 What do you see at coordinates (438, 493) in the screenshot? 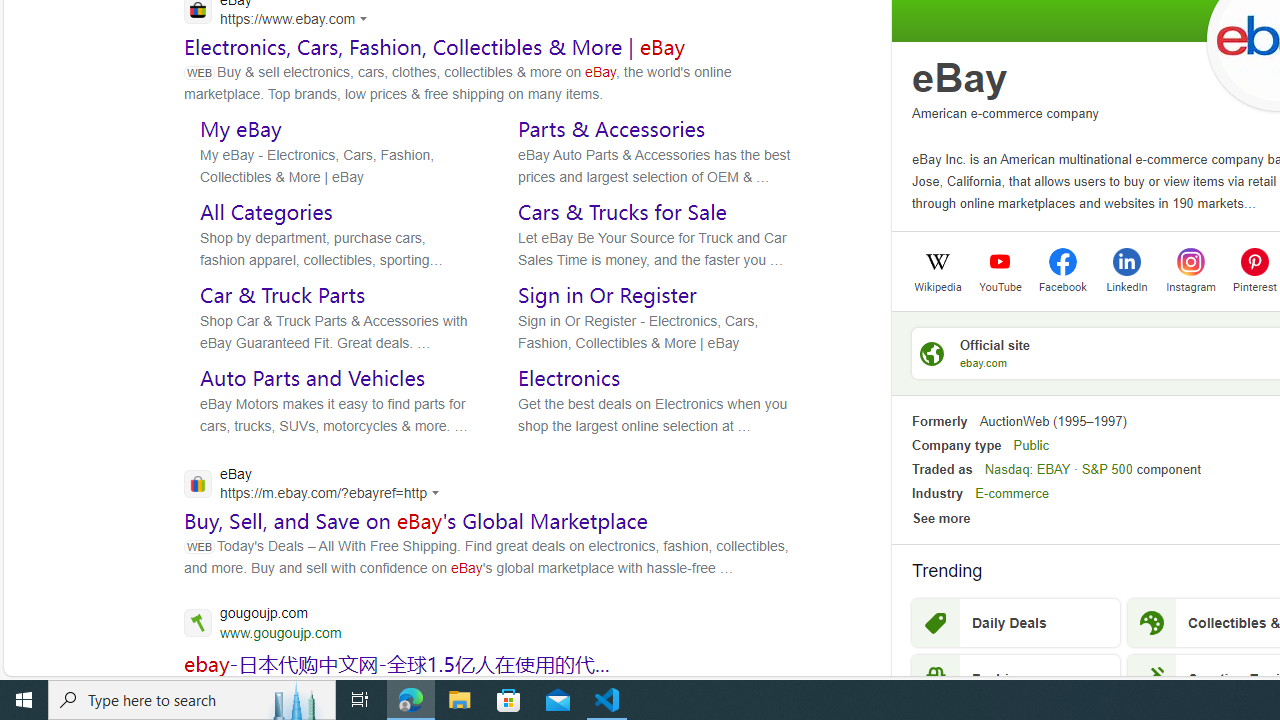
I see `'Actions for this site'` at bounding box center [438, 493].